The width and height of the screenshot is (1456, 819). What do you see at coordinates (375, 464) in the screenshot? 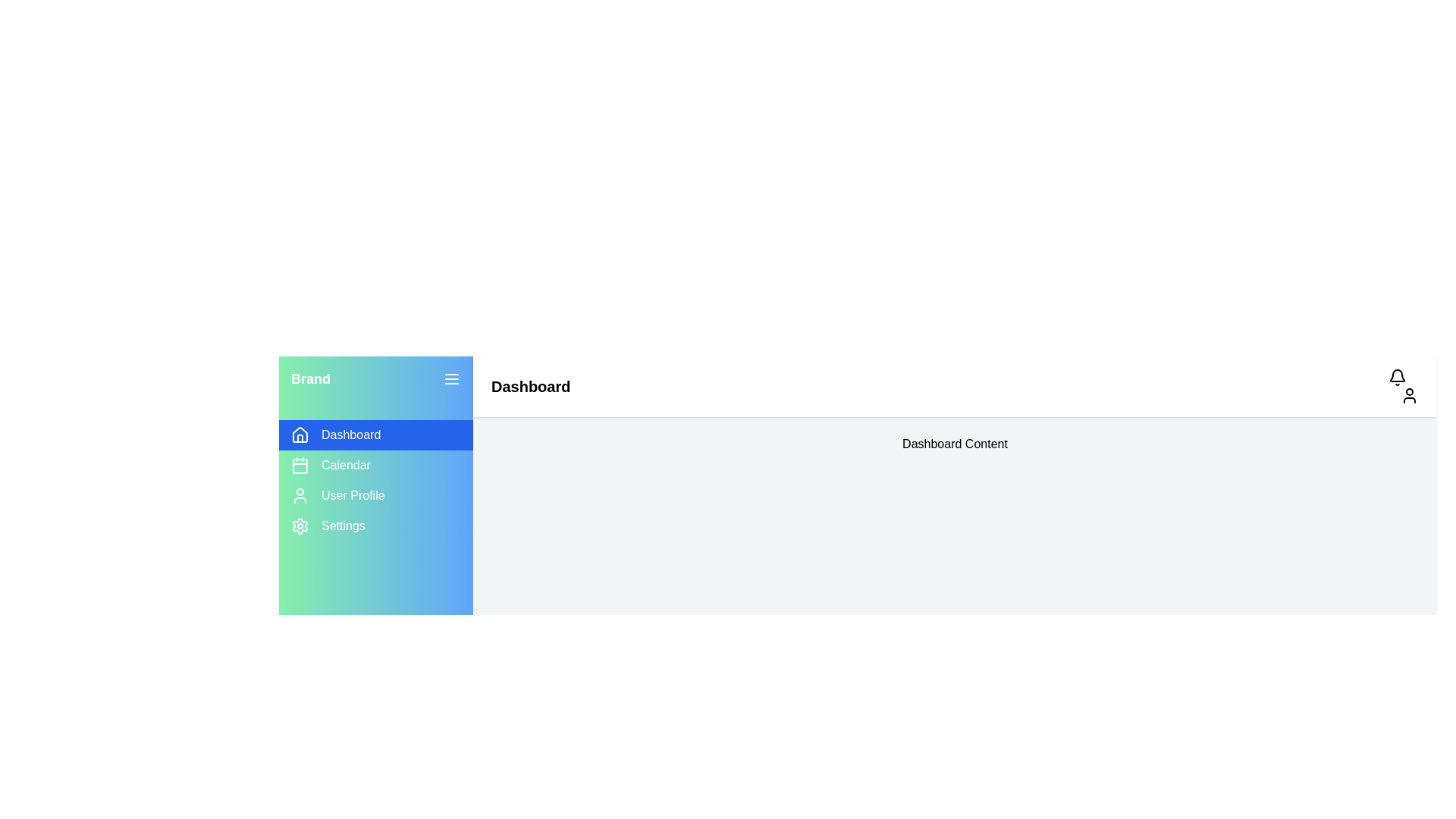
I see `the 'Calendar' button located in the vertical menu on the left side of the interface, positioned below 'Dashboard' and above 'User Profile'` at bounding box center [375, 464].